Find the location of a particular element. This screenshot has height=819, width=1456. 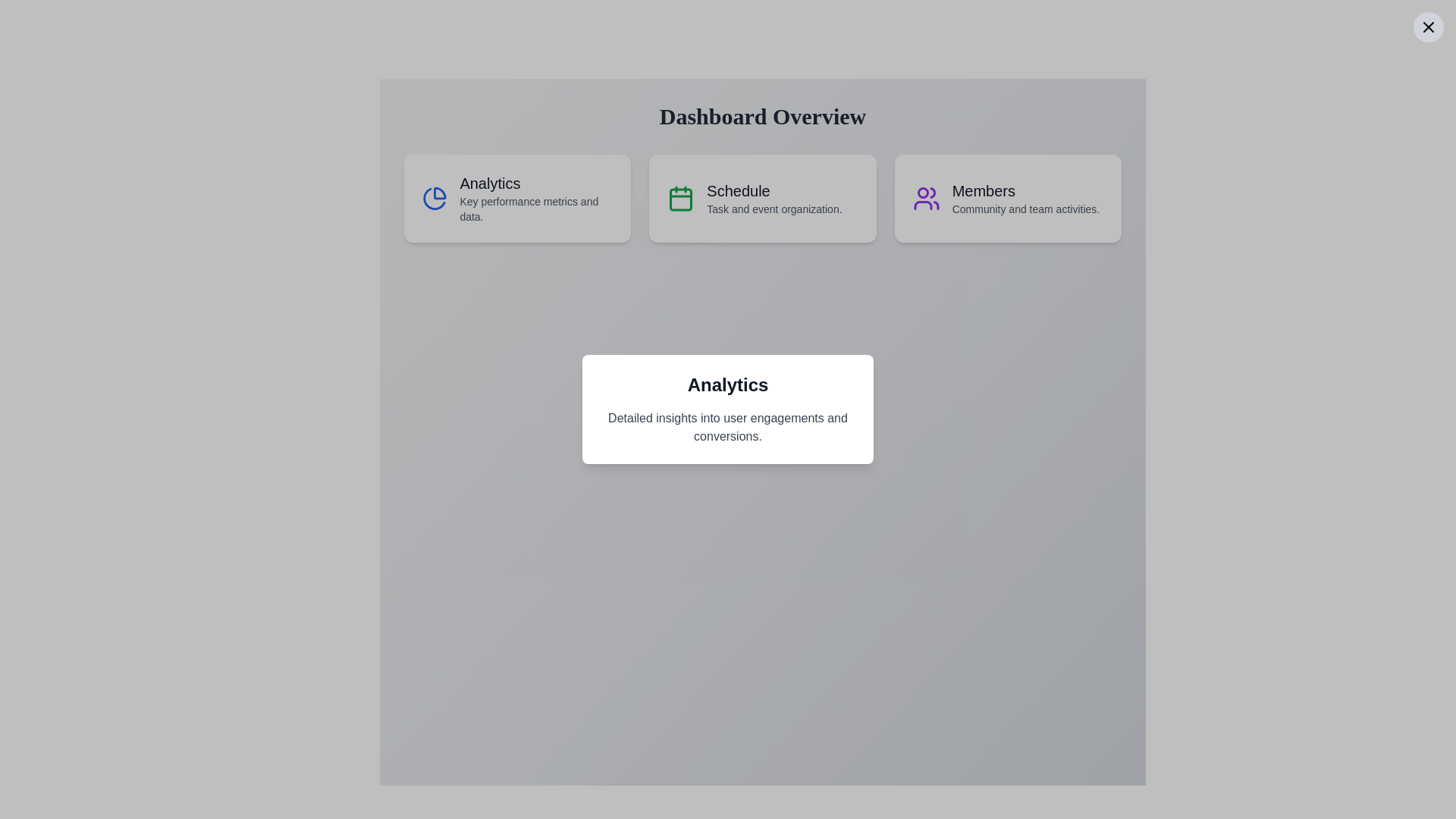

the calendar icon located to the left within the Schedule card on the Dashboard Overview page, next to the text description 'Task and event organization.' is located at coordinates (680, 198).